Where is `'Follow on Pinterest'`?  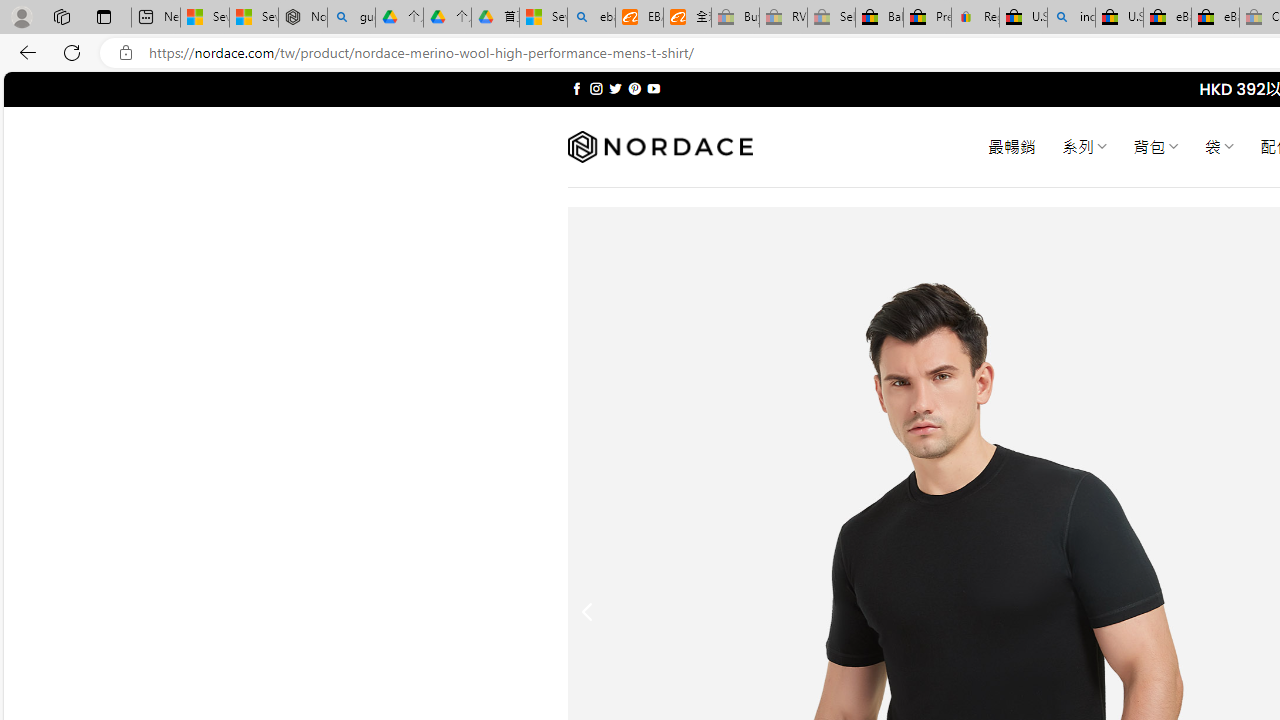
'Follow on Pinterest' is located at coordinates (633, 88).